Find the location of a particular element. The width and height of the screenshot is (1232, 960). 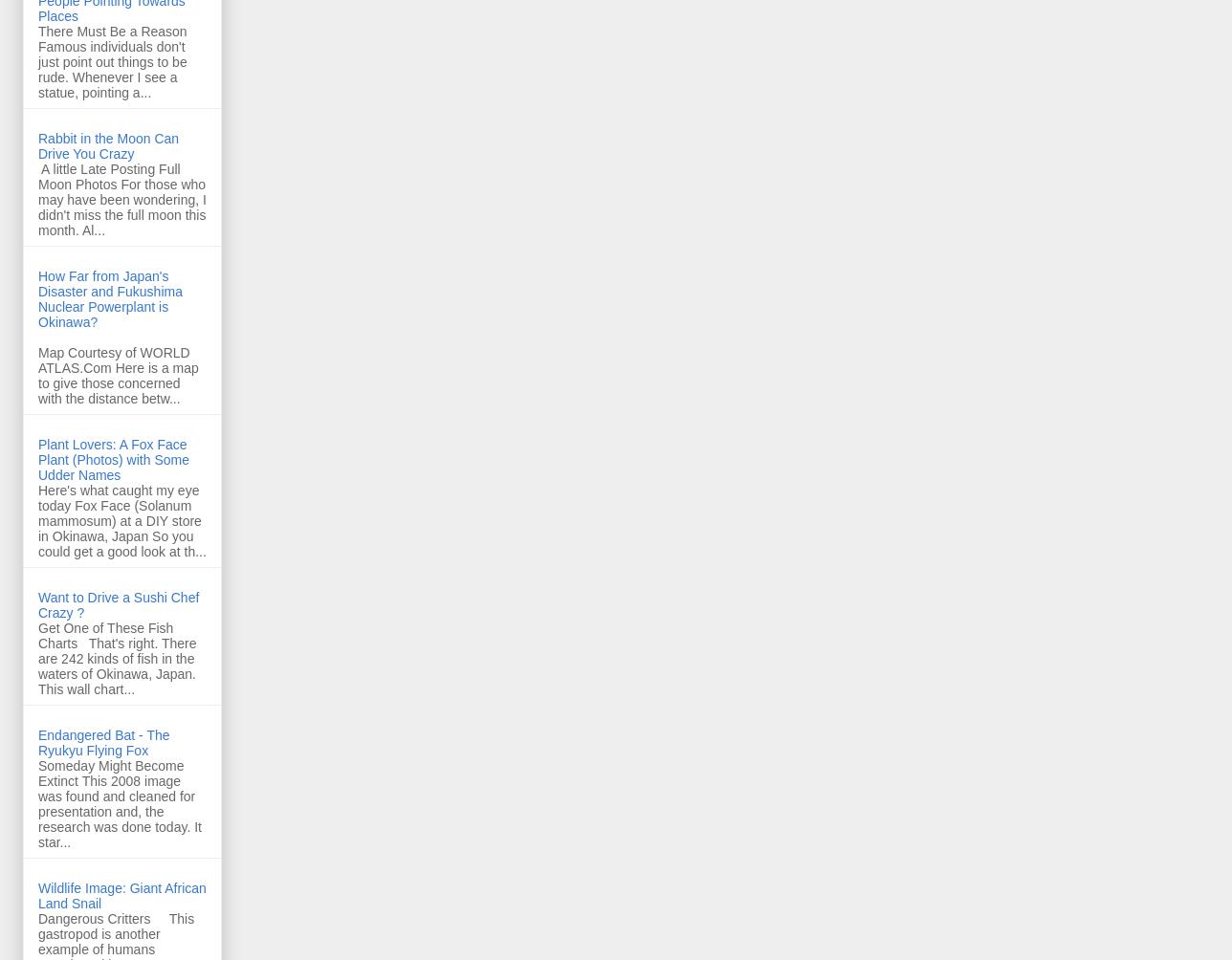

'Want to Drive a Sushi Chef Crazy ?' is located at coordinates (119, 603).